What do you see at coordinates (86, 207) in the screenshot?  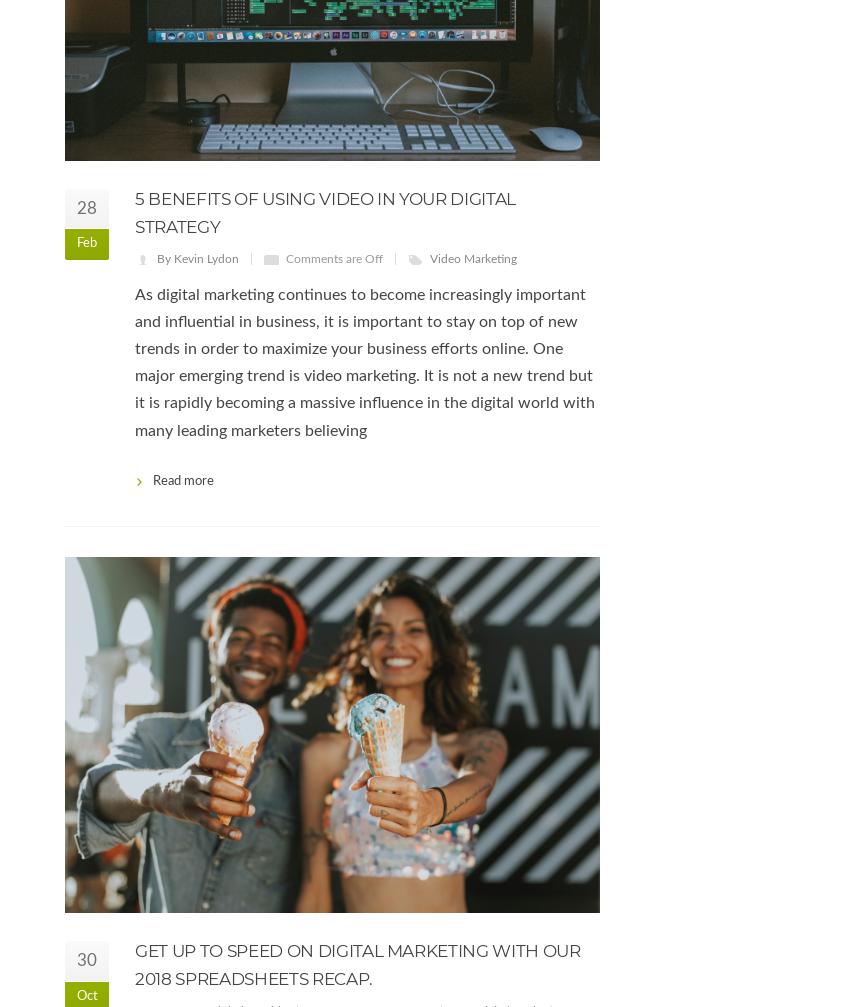 I see `'28'` at bounding box center [86, 207].